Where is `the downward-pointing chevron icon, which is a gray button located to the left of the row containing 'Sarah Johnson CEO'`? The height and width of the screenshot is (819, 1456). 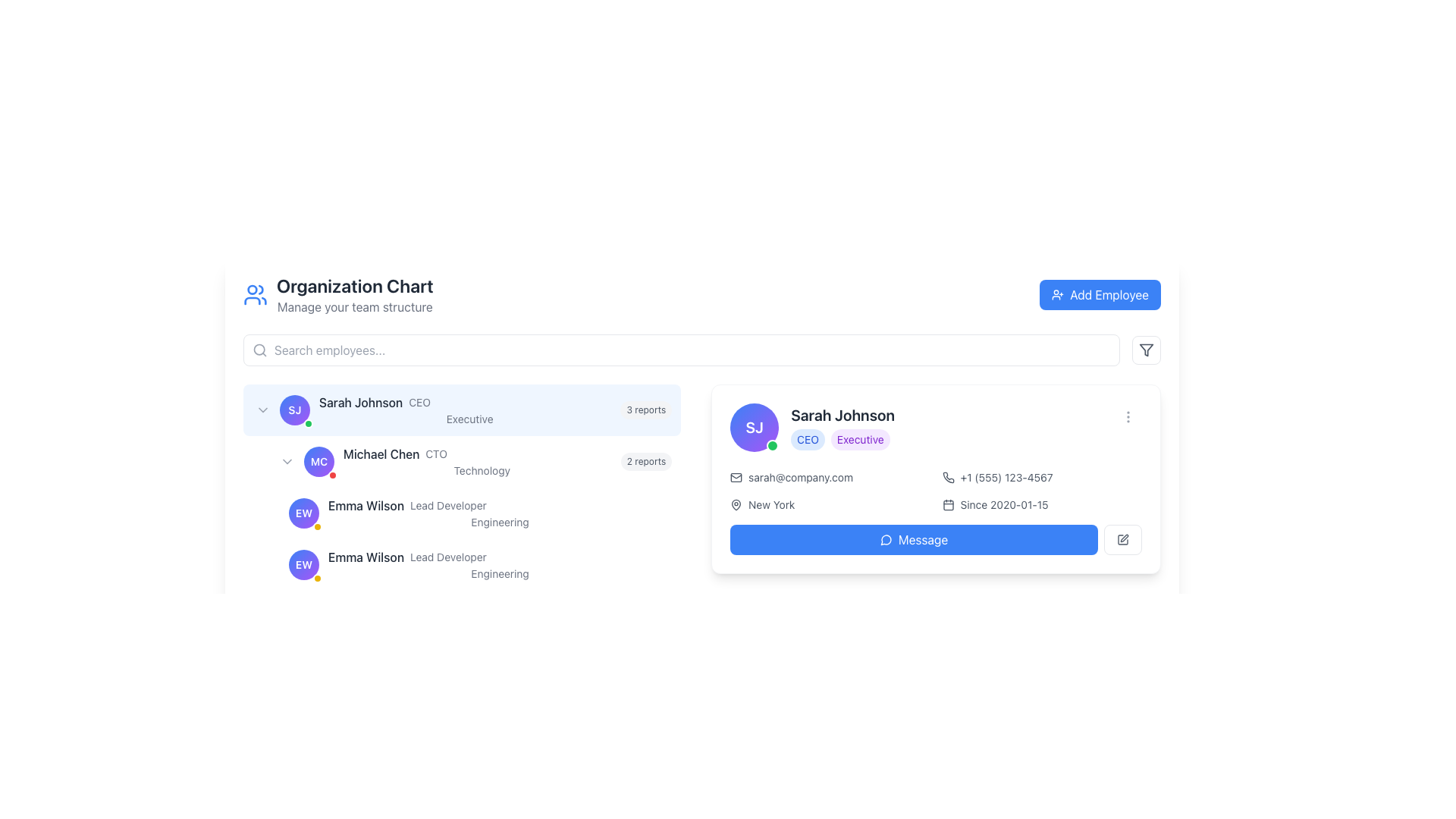
the downward-pointing chevron icon, which is a gray button located to the left of the row containing 'Sarah Johnson CEO' is located at coordinates (262, 409).